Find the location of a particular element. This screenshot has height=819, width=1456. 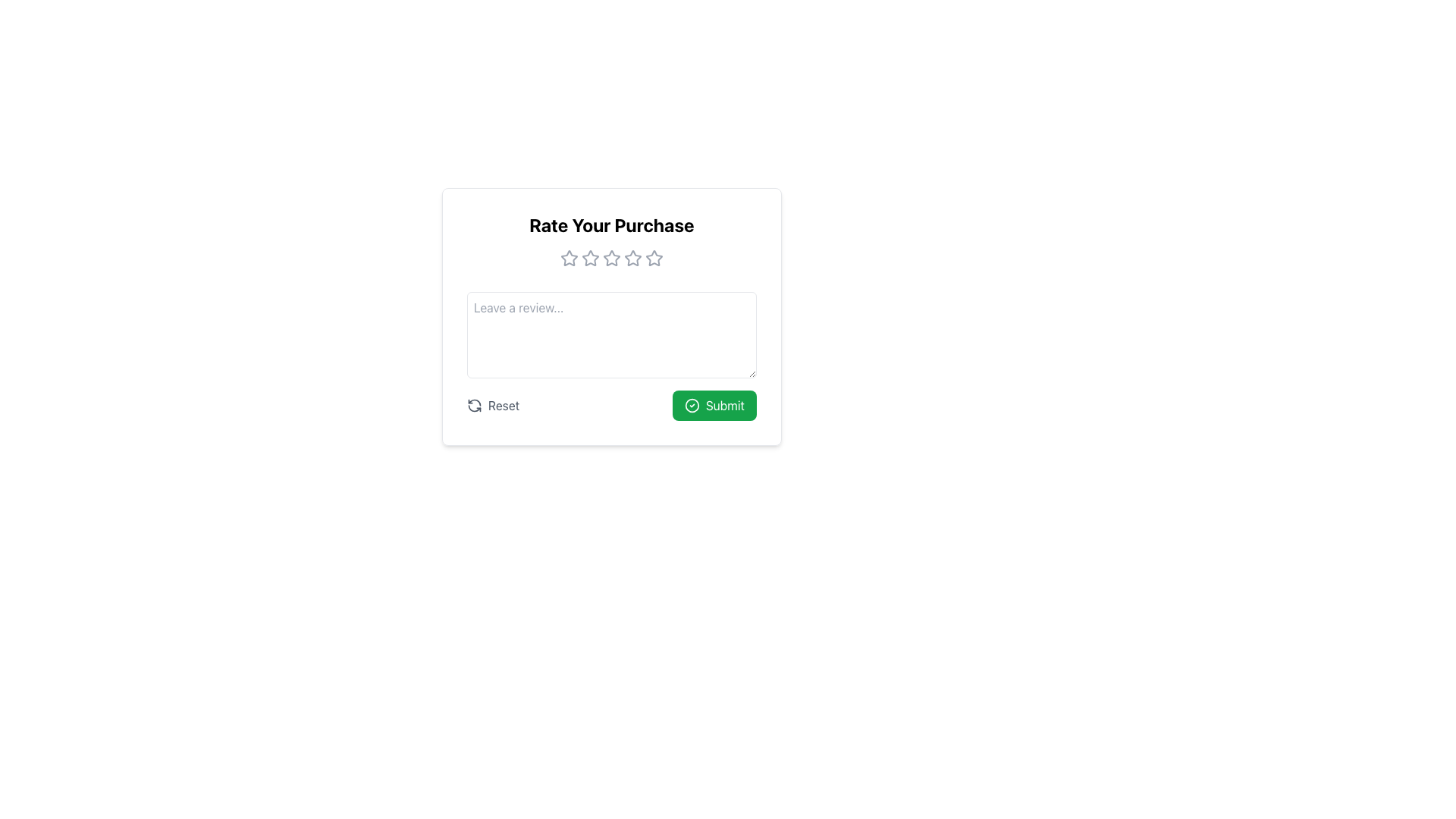

the middle (third) rating star in a horizontal line of five stars to set the rating to 3 out of 5 is located at coordinates (611, 257).